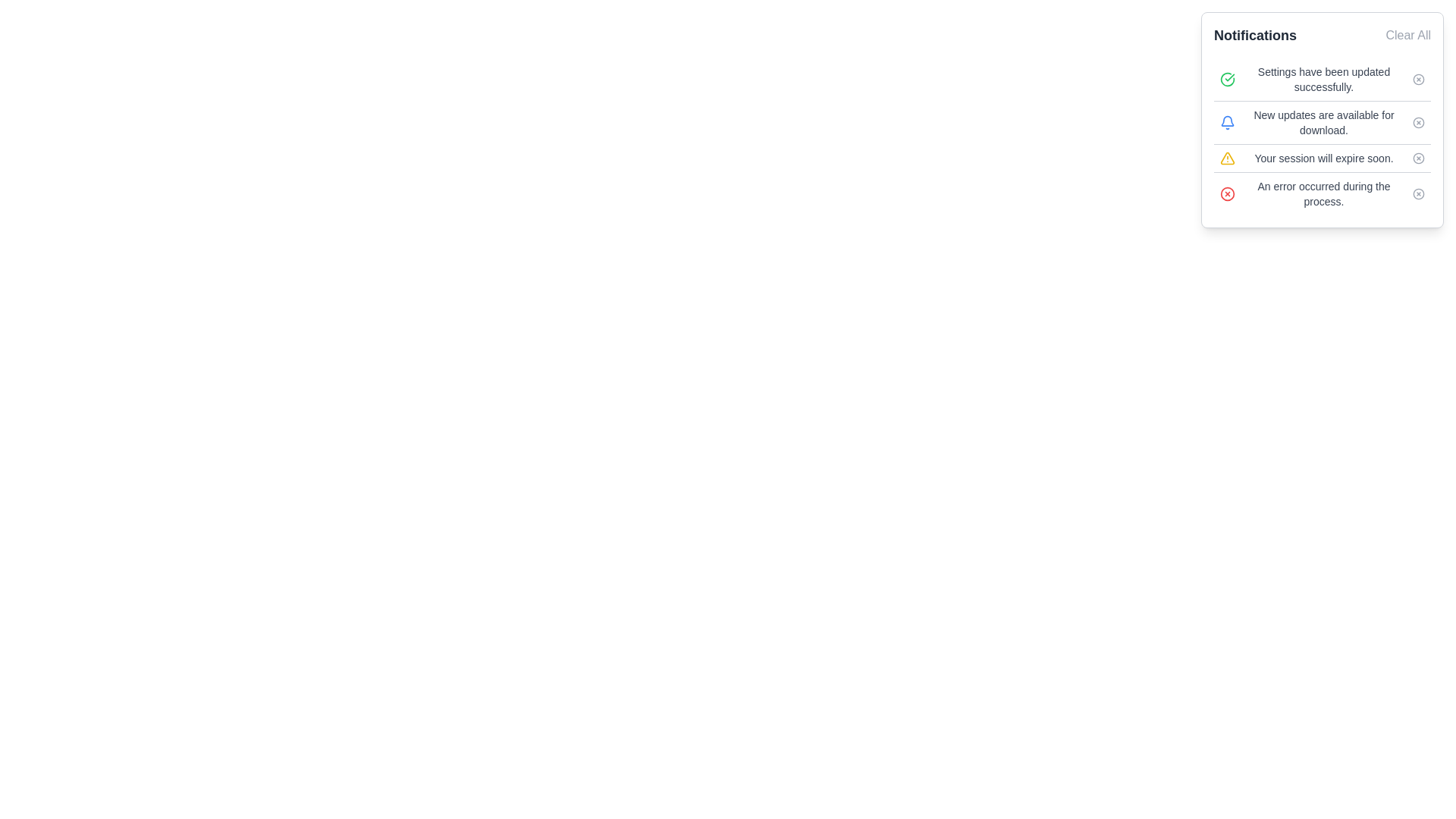 This screenshot has width=1456, height=819. What do you see at coordinates (1418, 192) in the screenshot?
I see `small hollow circle icon located at the bottom-right corner of the notification popup, which indicates actions or errors` at bounding box center [1418, 192].